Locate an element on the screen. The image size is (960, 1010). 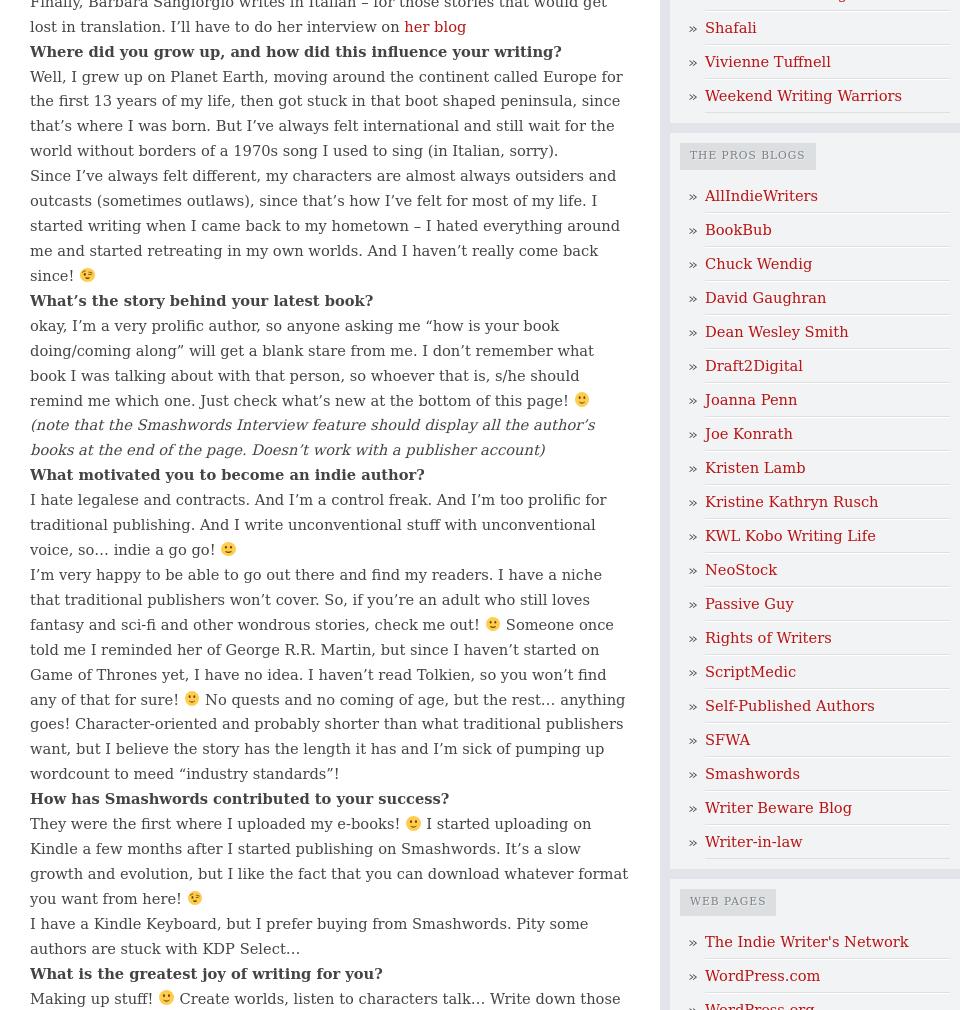
'Kristine Kathryn Rusch' is located at coordinates (791, 501).